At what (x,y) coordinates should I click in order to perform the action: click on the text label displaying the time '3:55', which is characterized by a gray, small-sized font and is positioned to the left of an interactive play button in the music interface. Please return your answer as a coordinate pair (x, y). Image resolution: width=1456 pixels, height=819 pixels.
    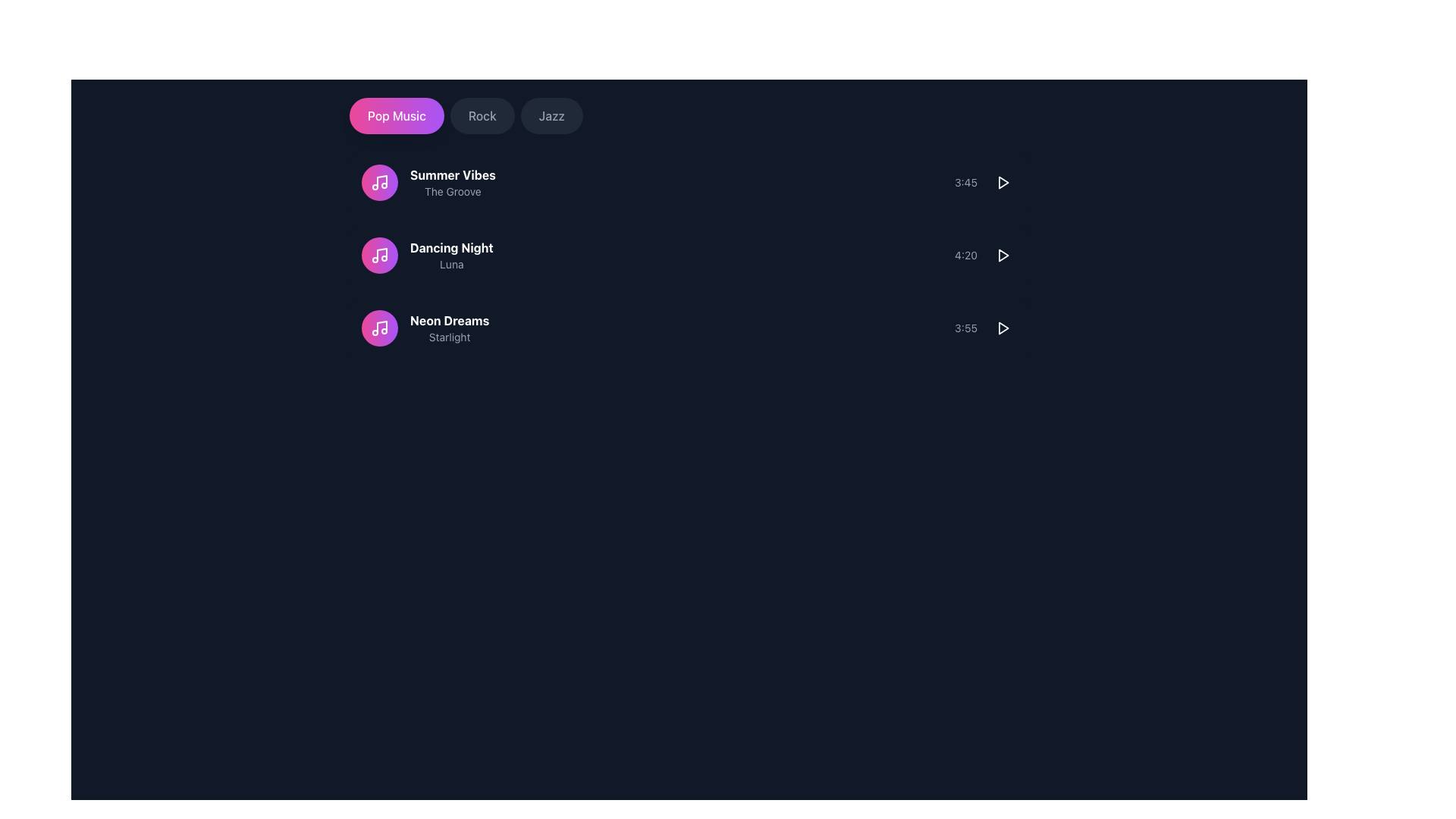
    Looking at the image, I should click on (965, 327).